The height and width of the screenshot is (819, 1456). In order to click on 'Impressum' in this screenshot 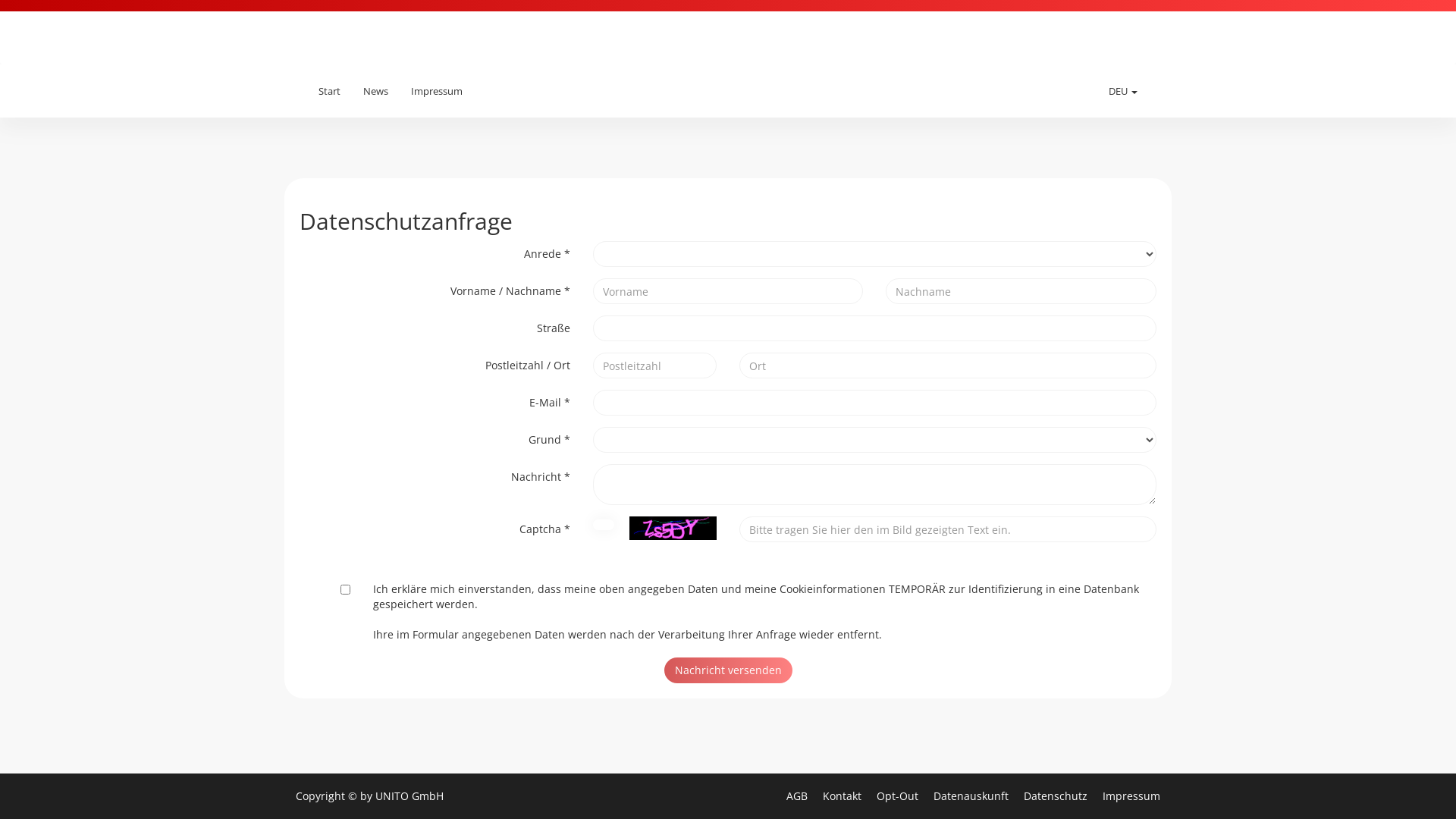, I will do `click(1131, 795)`.